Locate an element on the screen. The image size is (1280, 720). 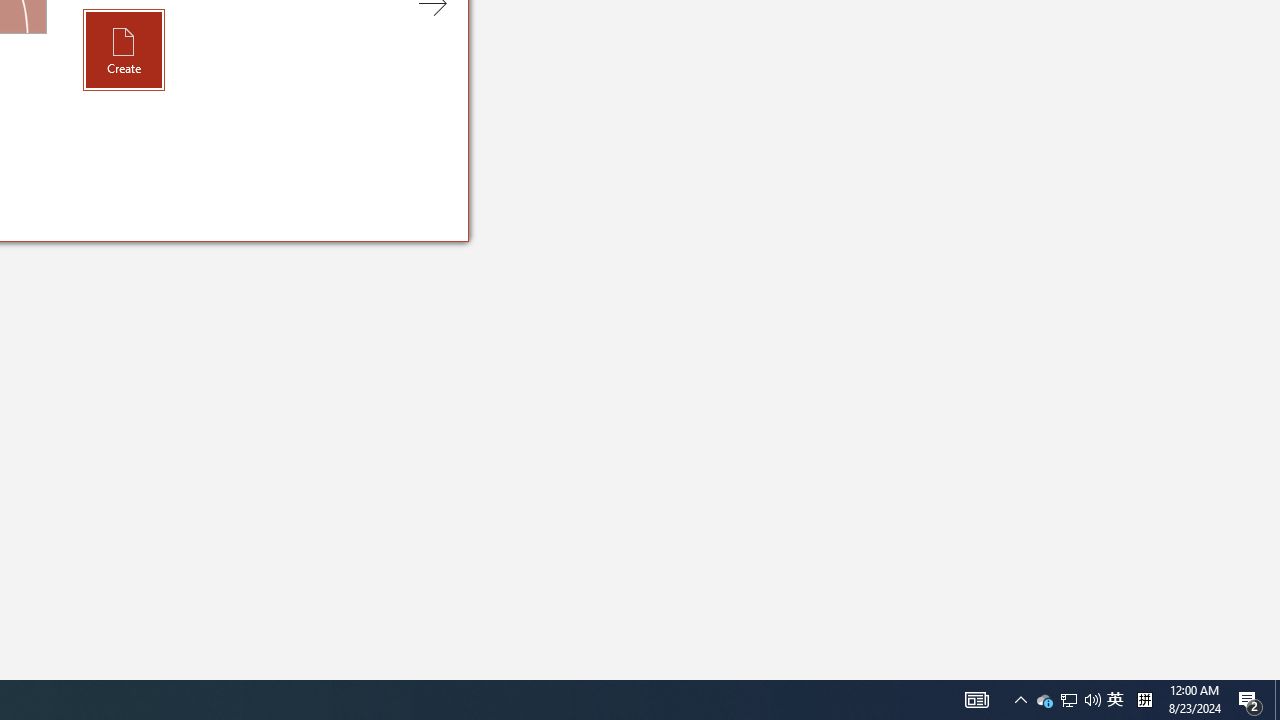
'Create' is located at coordinates (123, 48).